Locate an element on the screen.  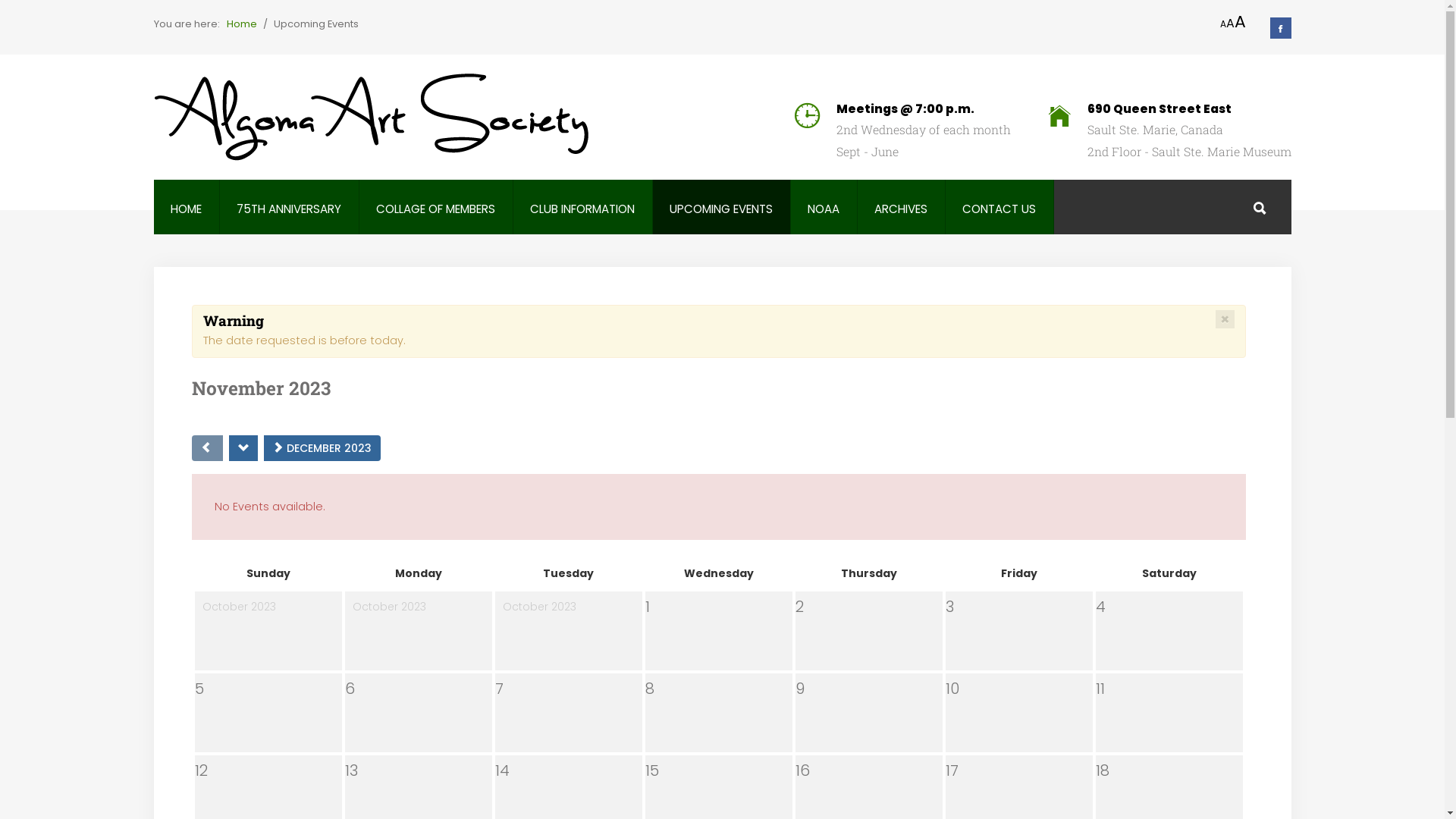
'NOAA' is located at coordinates (822, 209).